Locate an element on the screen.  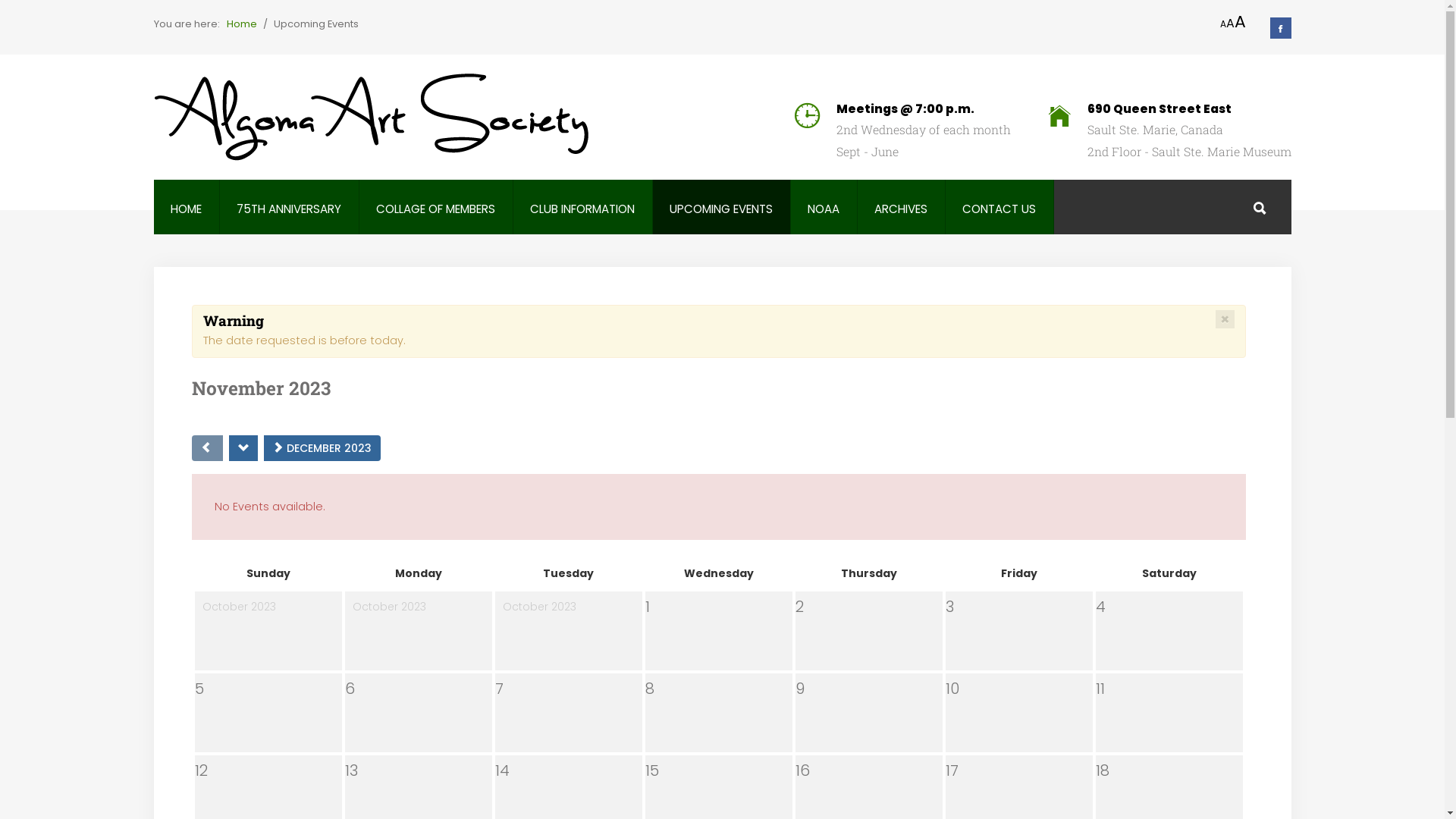
'NOAA' is located at coordinates (822, 209).